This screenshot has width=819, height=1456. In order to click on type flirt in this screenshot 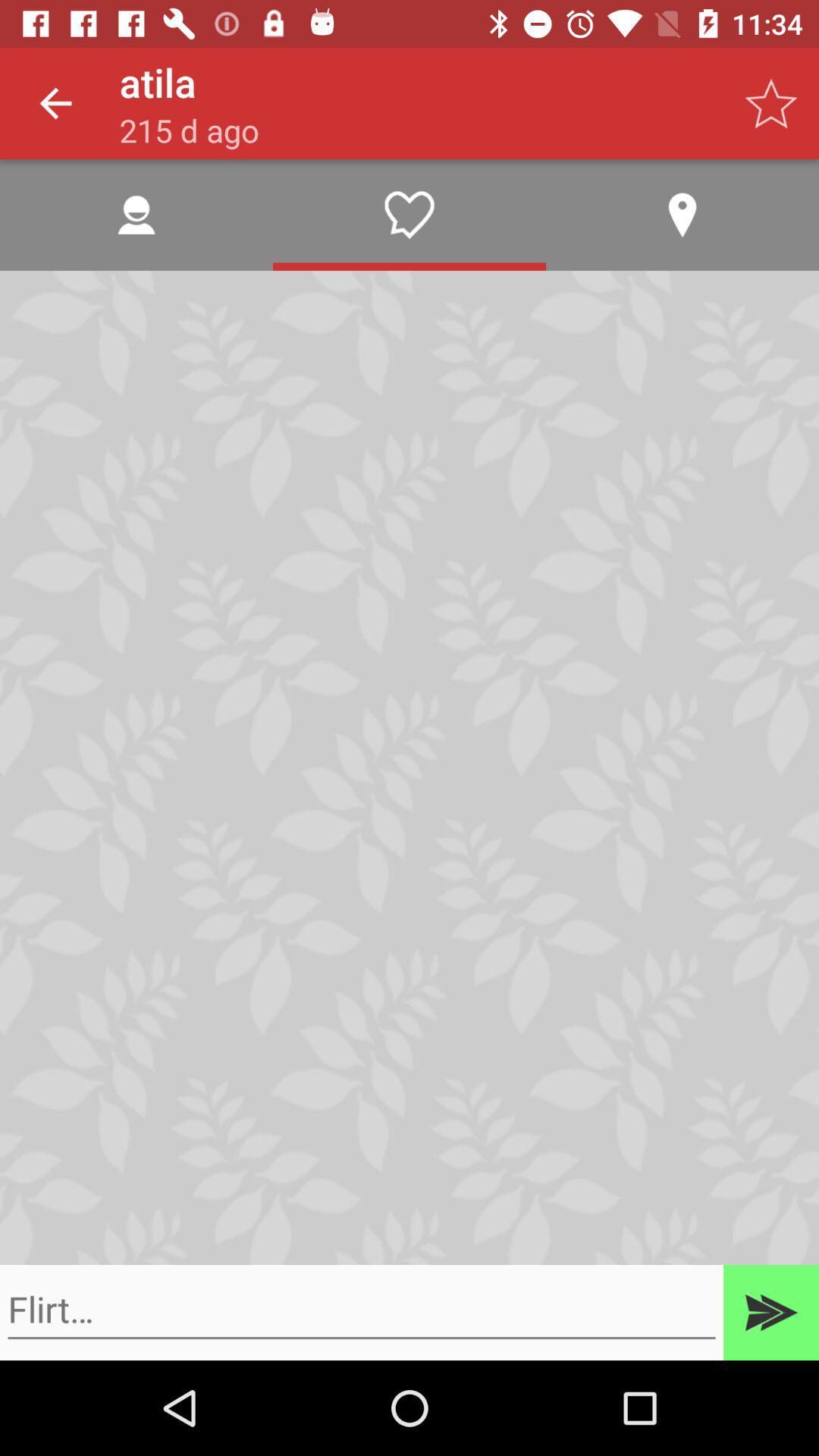, I will do `click(362, 1309)`.